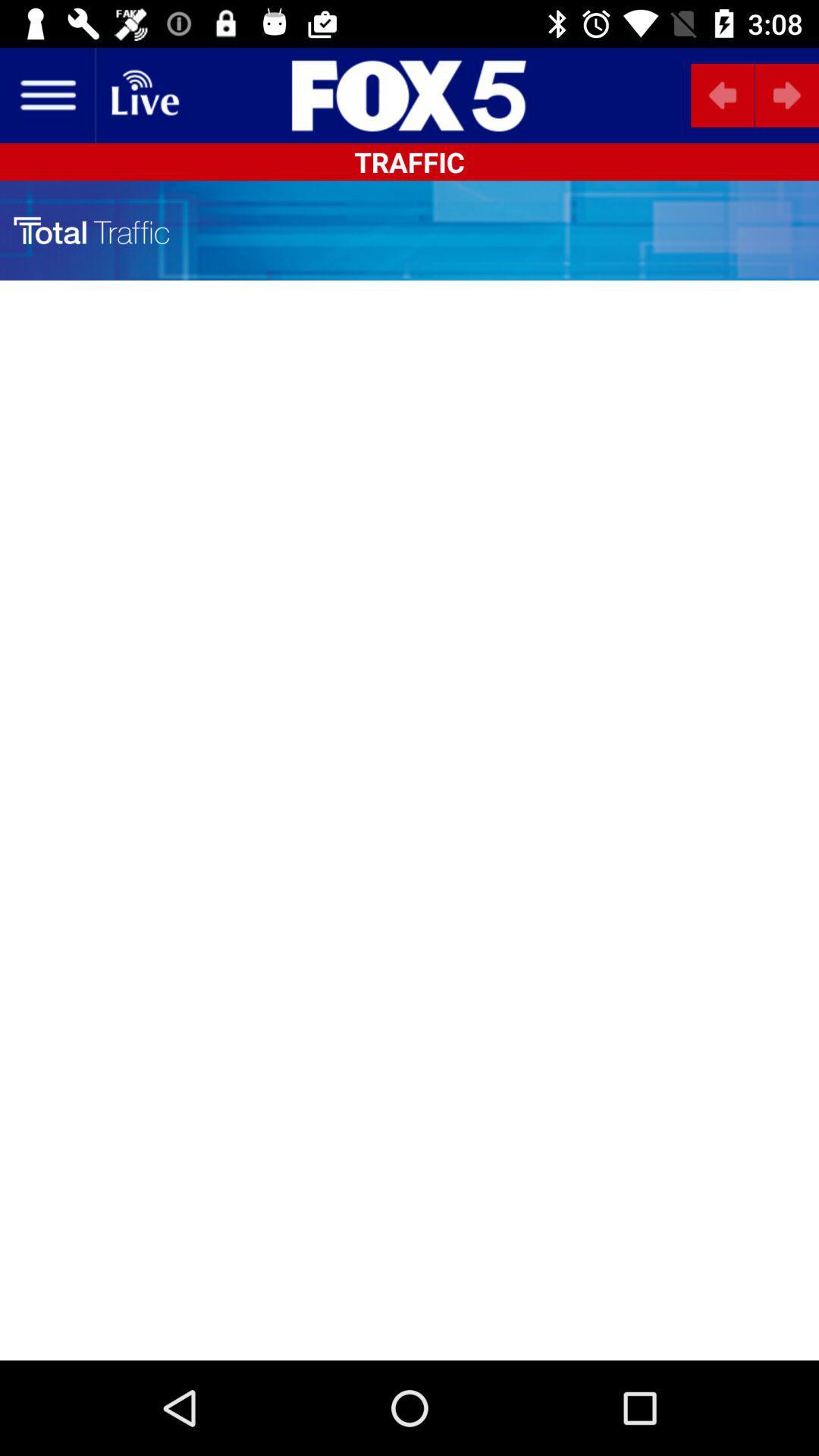  What do you see at coordinates (786, 94) in the screenshot?
I see `the arrow_forward icon` at bounding box center [786, 94].